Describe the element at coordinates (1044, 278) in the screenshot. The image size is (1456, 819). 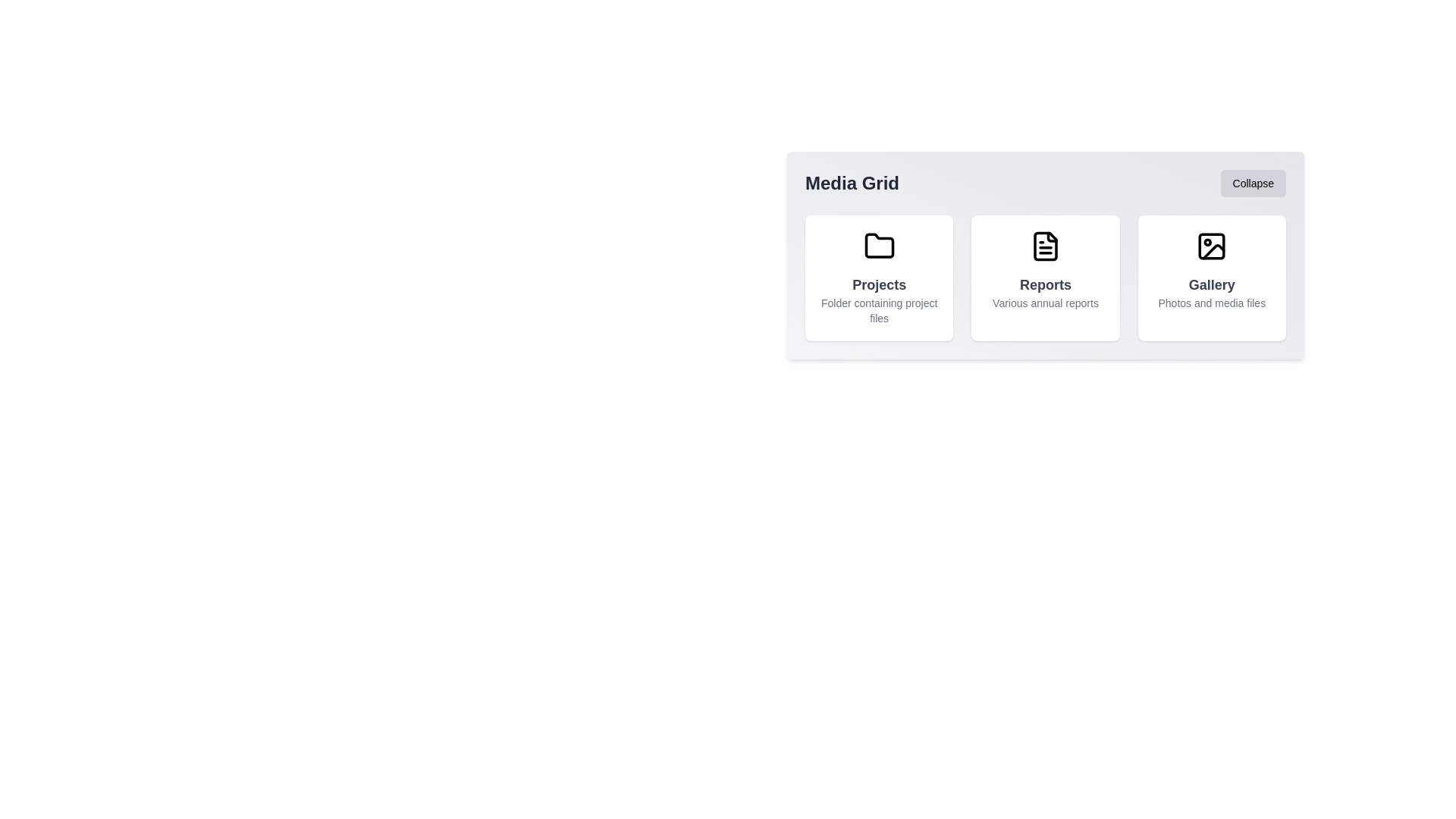
I see `the grid item Reports` at that location.